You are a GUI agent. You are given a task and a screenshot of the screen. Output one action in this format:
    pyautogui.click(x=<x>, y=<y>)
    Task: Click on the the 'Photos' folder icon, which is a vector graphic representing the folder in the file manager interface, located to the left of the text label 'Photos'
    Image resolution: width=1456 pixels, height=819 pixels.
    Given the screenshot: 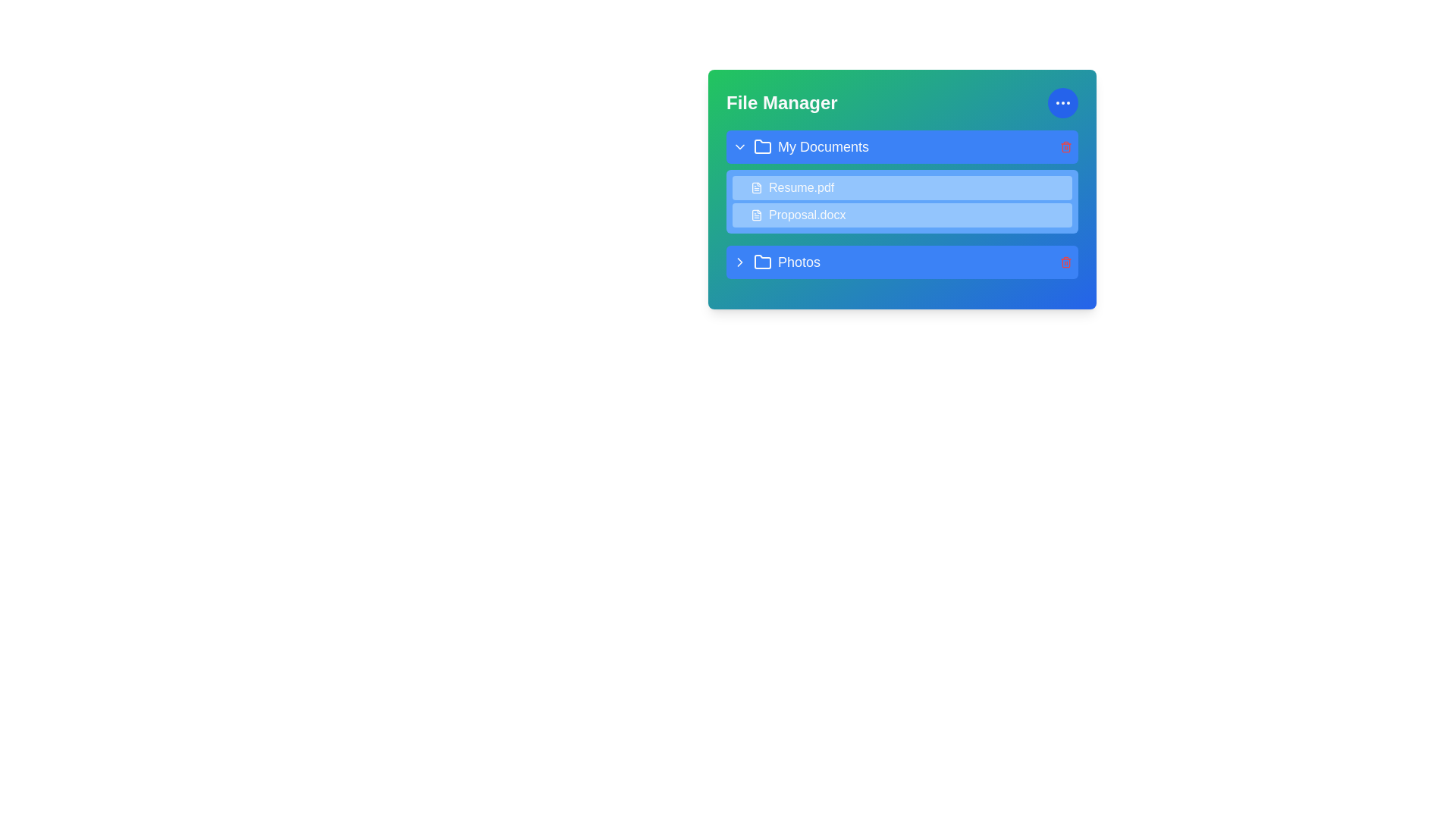 What is the action you would take?
    pyautogui.click(x=763, y=261)
    